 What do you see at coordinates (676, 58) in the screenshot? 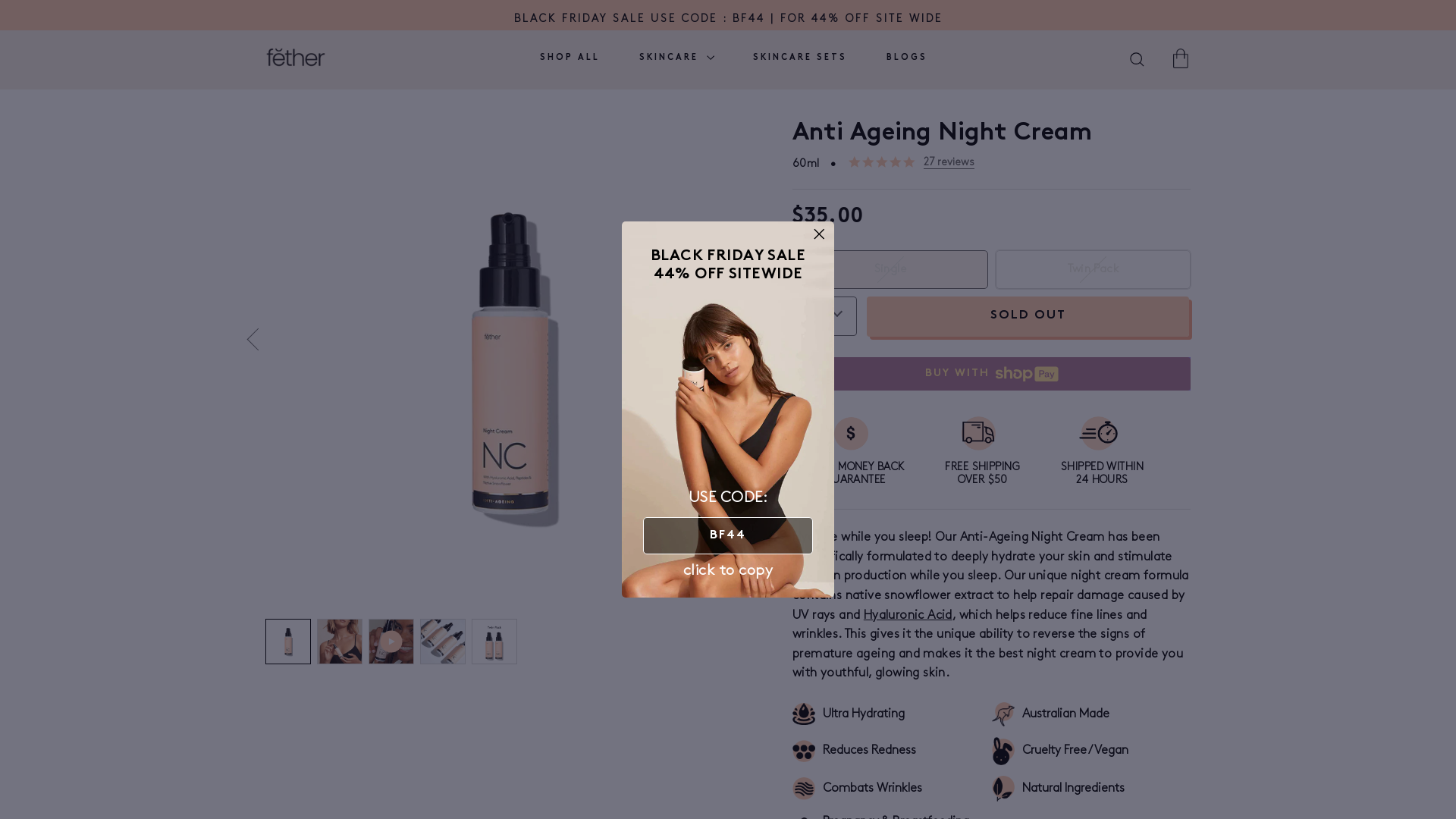
I see `'SKINCARE'` at bounding box center [676, 58].